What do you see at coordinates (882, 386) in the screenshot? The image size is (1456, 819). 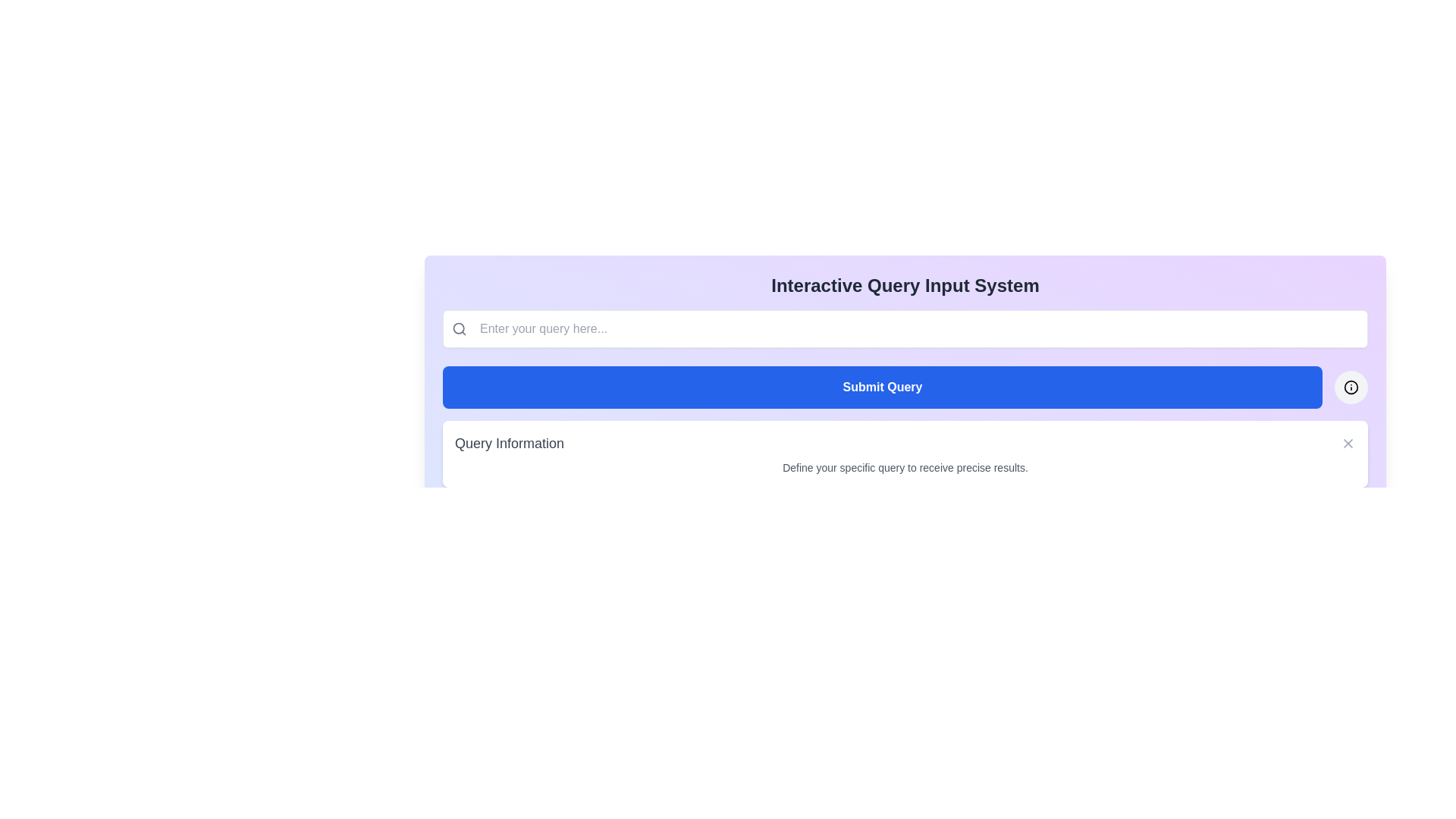 I see `the blue 'Submit Query' button with white text` at bounding box center [882, 386].